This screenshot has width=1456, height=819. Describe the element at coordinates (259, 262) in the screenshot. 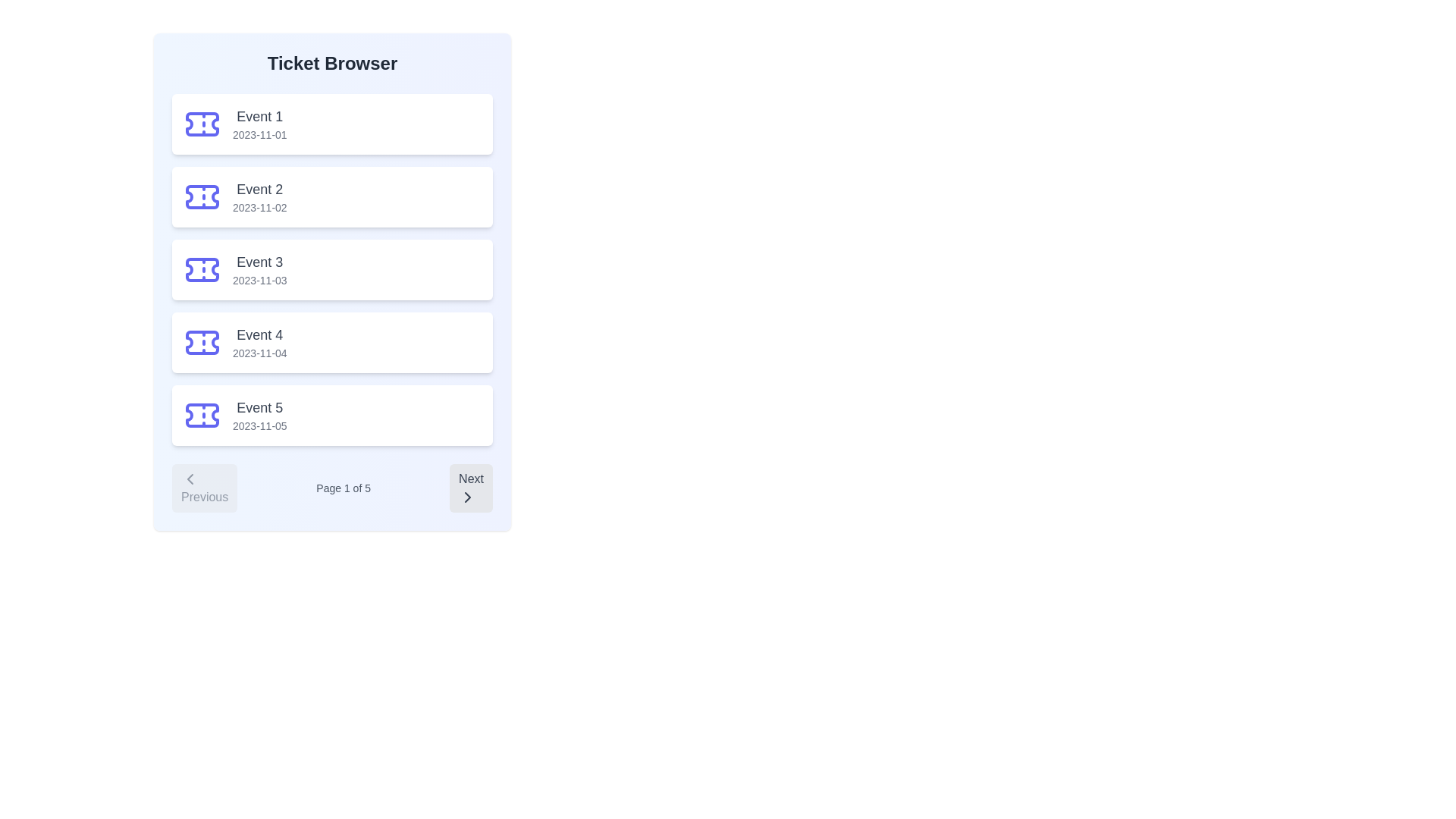

I see `contents of the Text Label displaying 'Event 3', located on the left section of a list layout, specifically the third entry within a vertically stacked series of similar event items` at that location.